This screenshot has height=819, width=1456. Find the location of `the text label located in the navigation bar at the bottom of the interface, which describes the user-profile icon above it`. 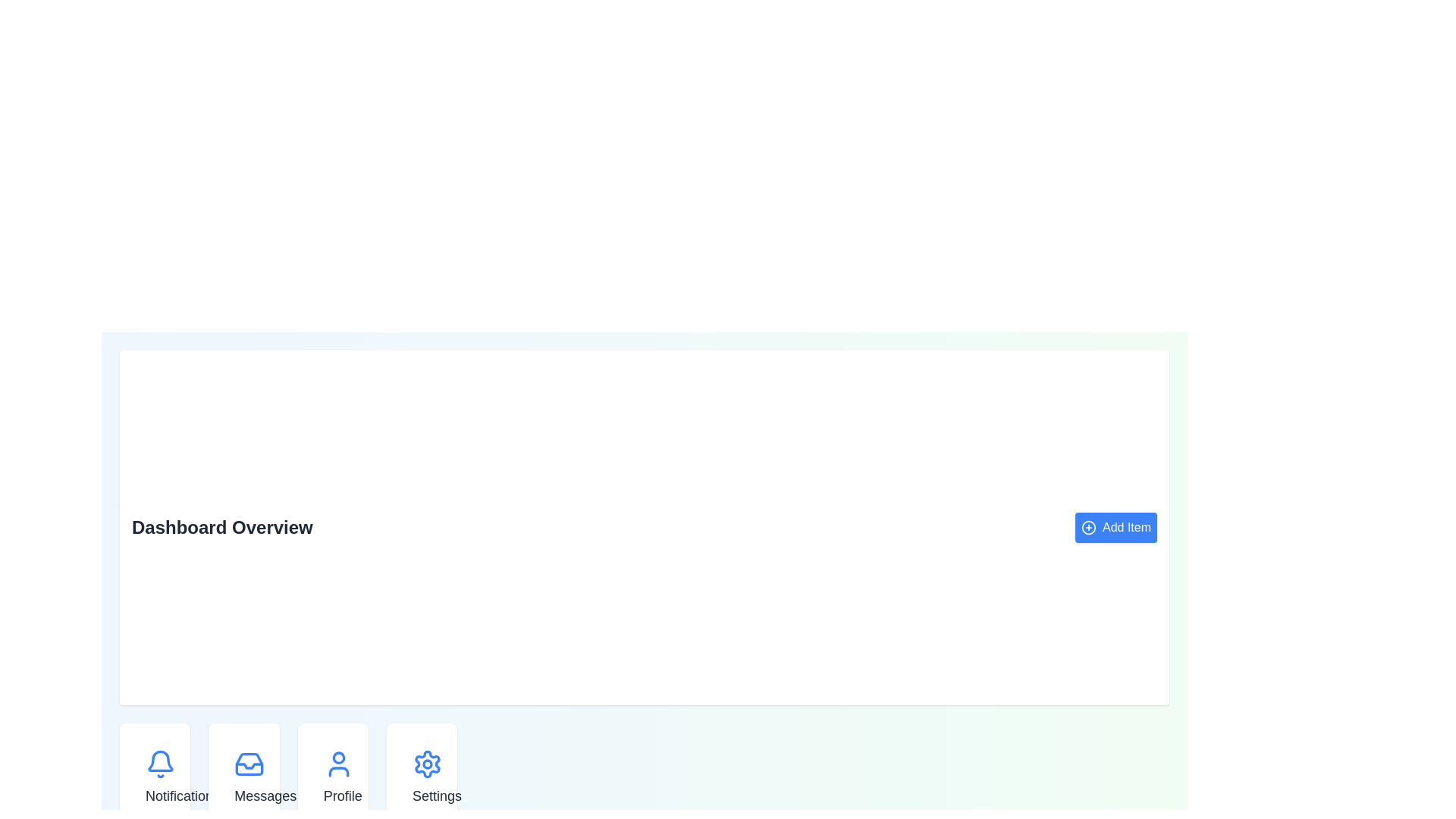

the text label located in the navigation bar at the bottom of the interface, which describes the user-profile icon above it is located at coordinates (342, 795).